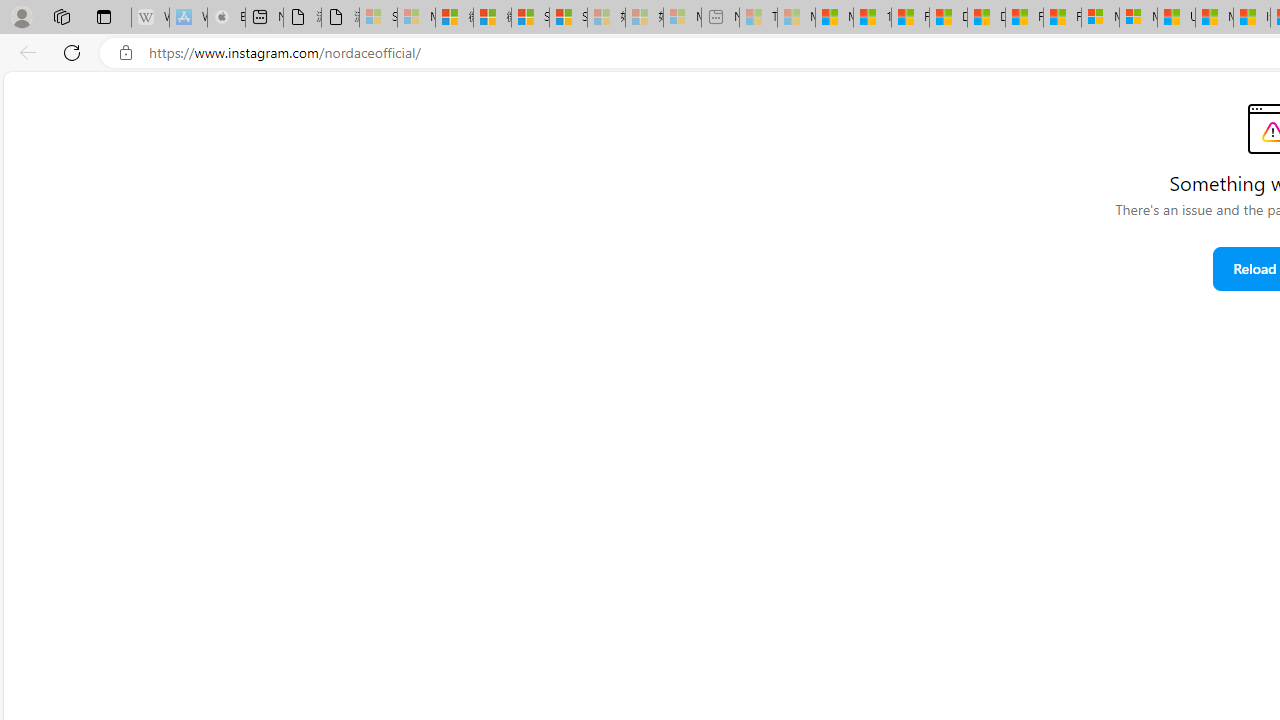 This screenshot has width=1280, height=720. What do you see at coordinates (986, 17) in the screenshot?
I see `'Drinking tea every day is proven to delay biological aging'` at bounding box center [986, 17].